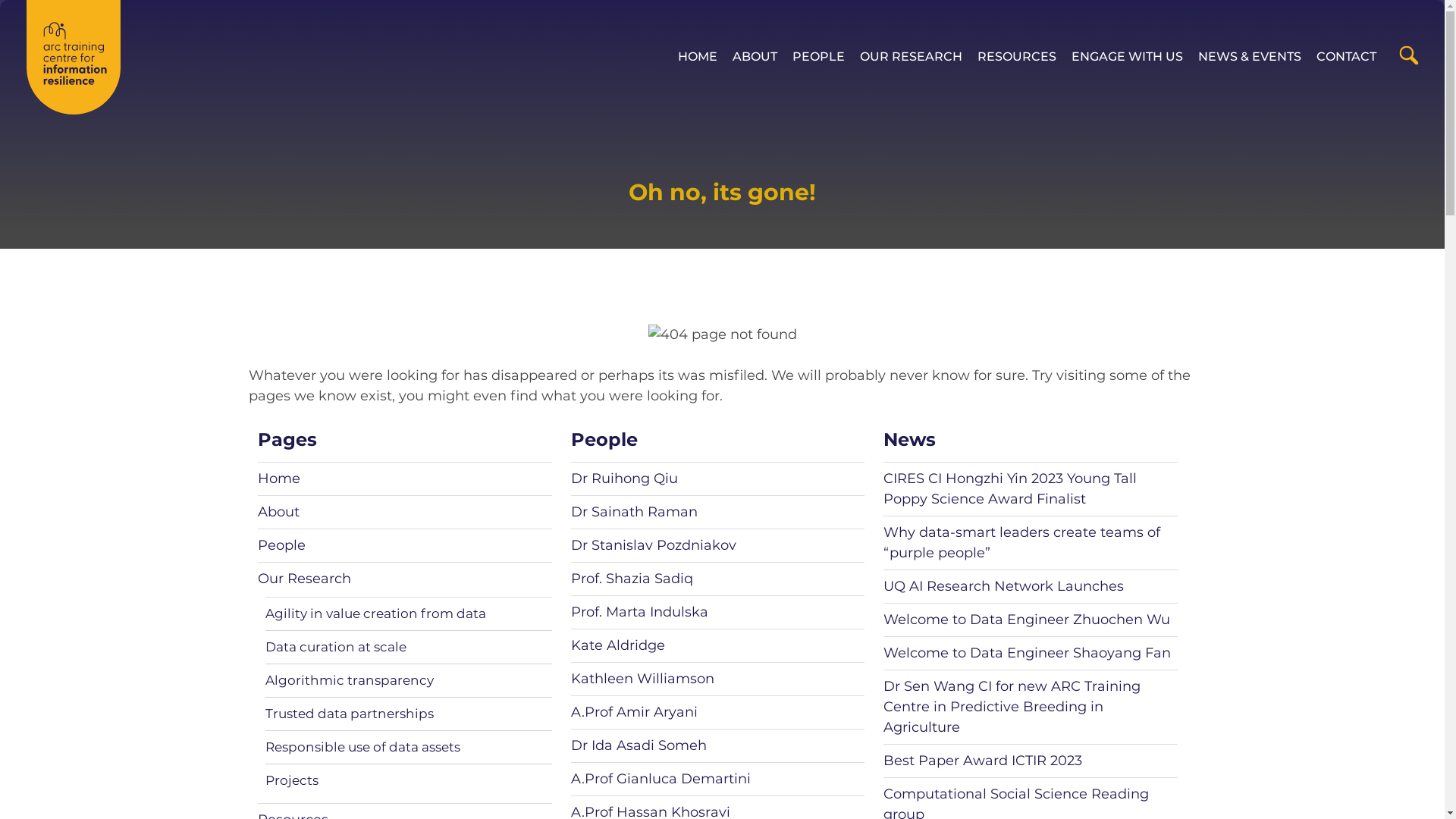 The image size is (1456, 819). Describe the element at coordinates (859, 55) in the screenshot. I see `'OUR RESEARCH'` at that location.